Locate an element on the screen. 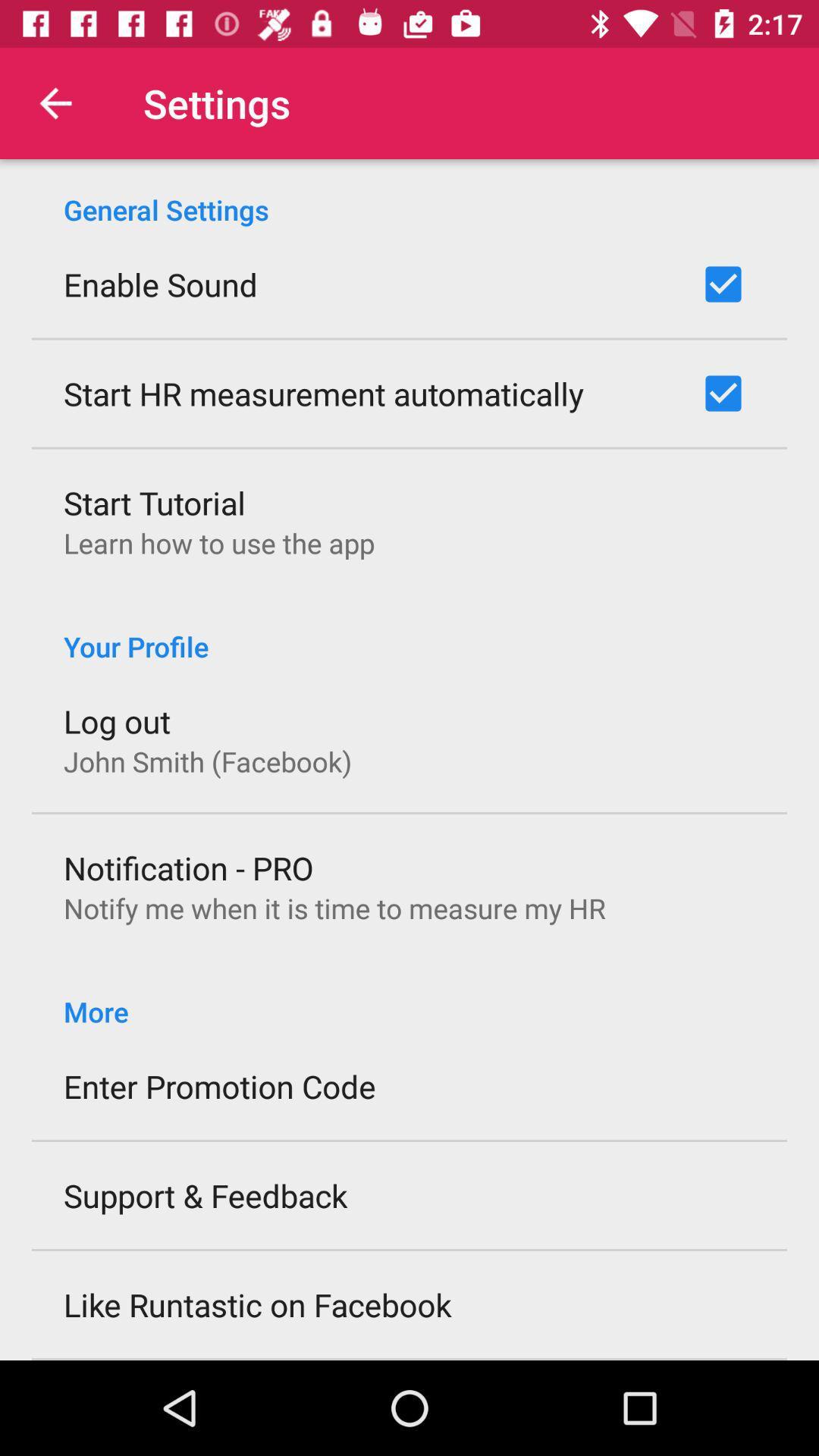 The height and width of the screenshot is (1456, 819). the enable sound item is located at coordinates (160, 284).